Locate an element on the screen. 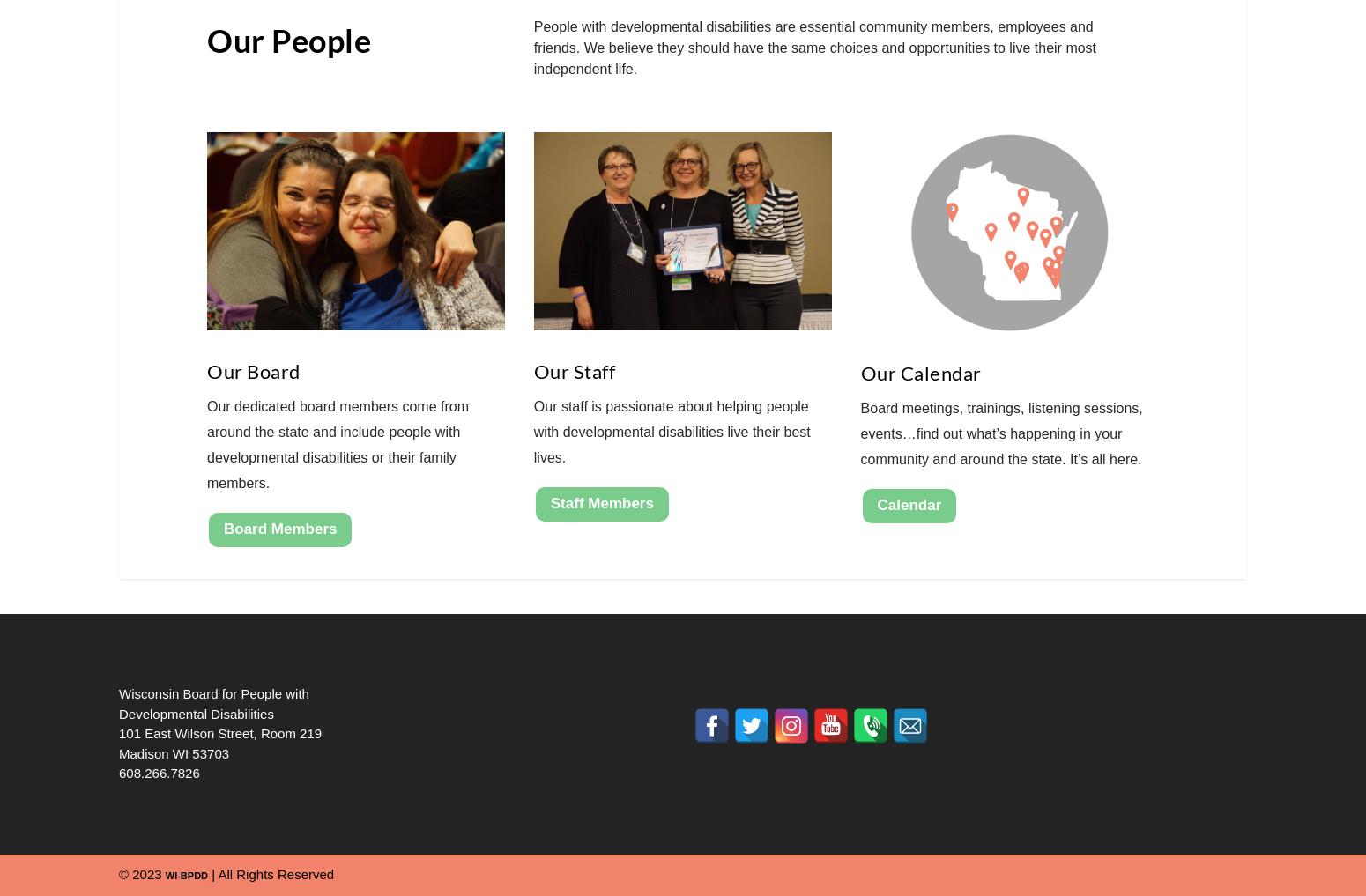 The image size is (1366, 896). 'Our Board' is located at coordinates (253, 371).